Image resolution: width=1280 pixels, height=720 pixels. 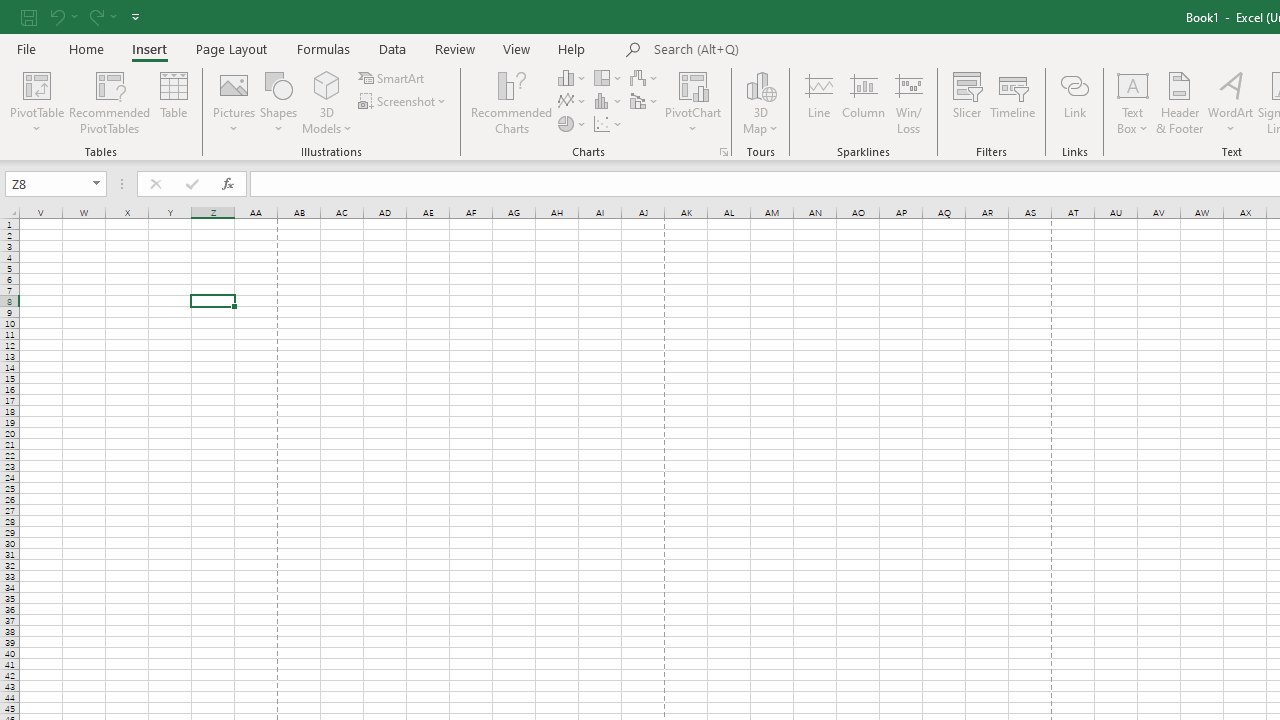 What do you see at coordinates (1073, 103) in the screenshot?
I see `'Link'` at bounding box center [1073, 103].